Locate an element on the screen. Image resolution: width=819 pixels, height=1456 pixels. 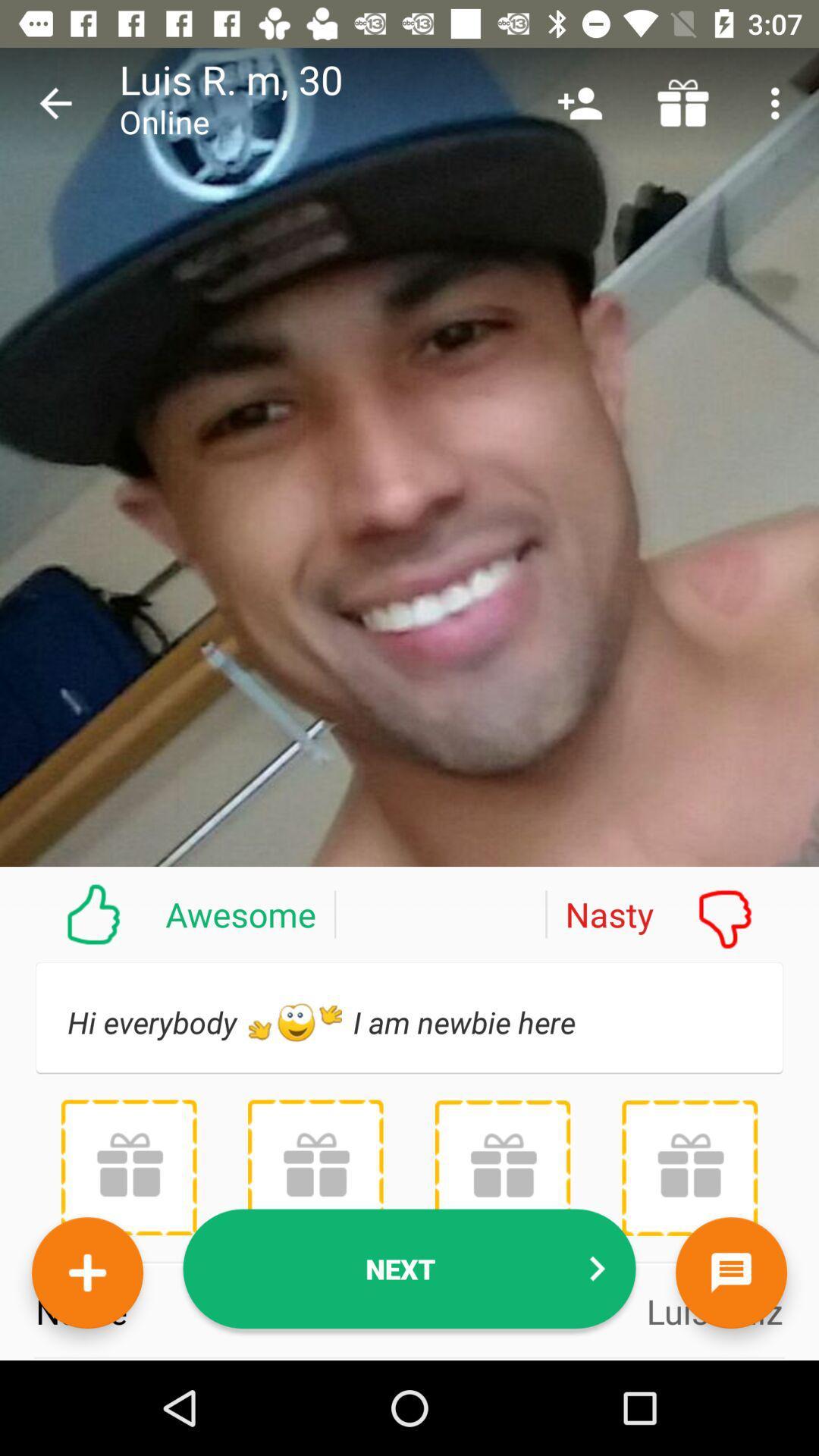
chat button is located at coordinates (730, 1272).